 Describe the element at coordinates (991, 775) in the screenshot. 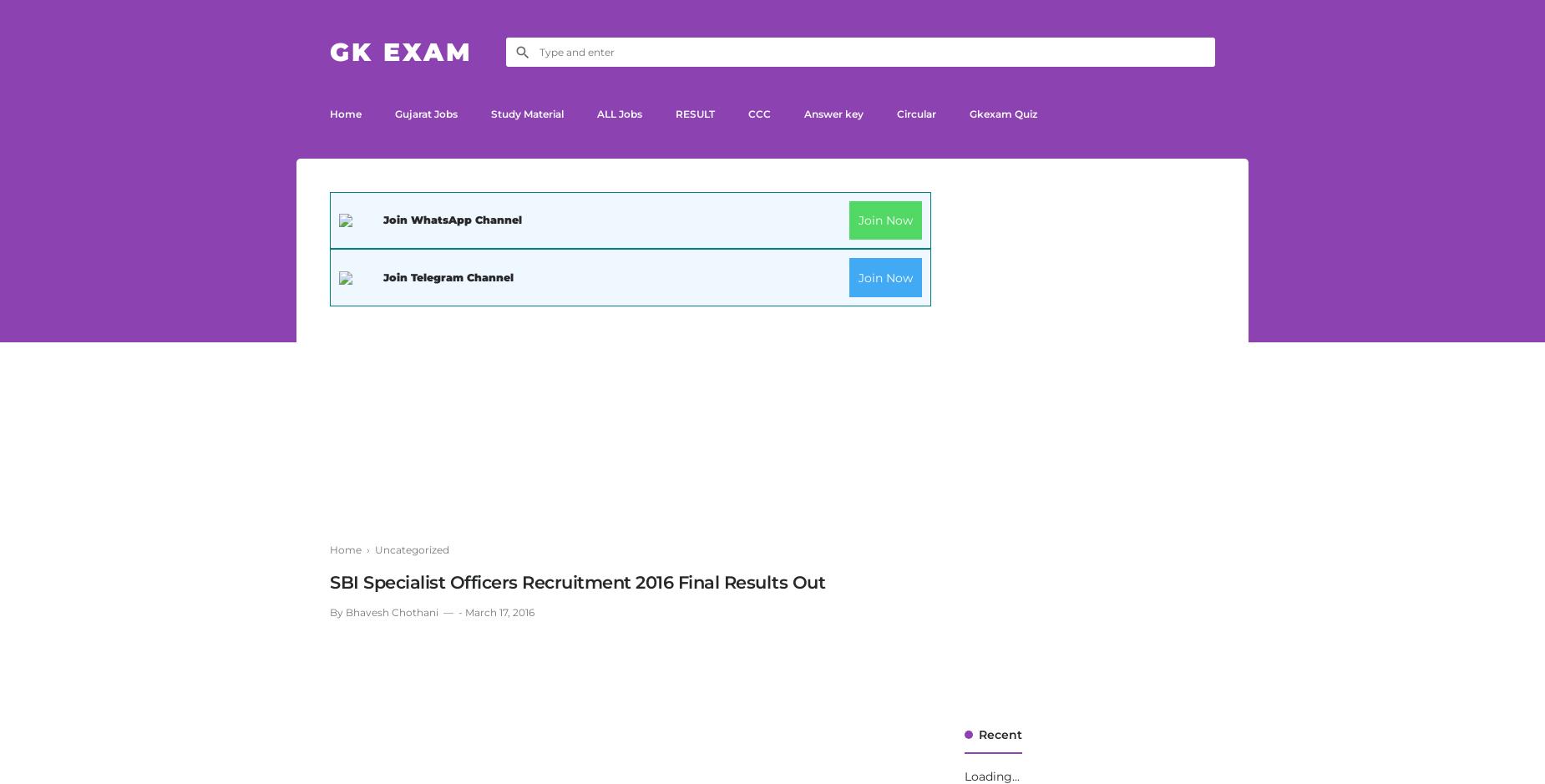

I see `'Loading...'` at that location.